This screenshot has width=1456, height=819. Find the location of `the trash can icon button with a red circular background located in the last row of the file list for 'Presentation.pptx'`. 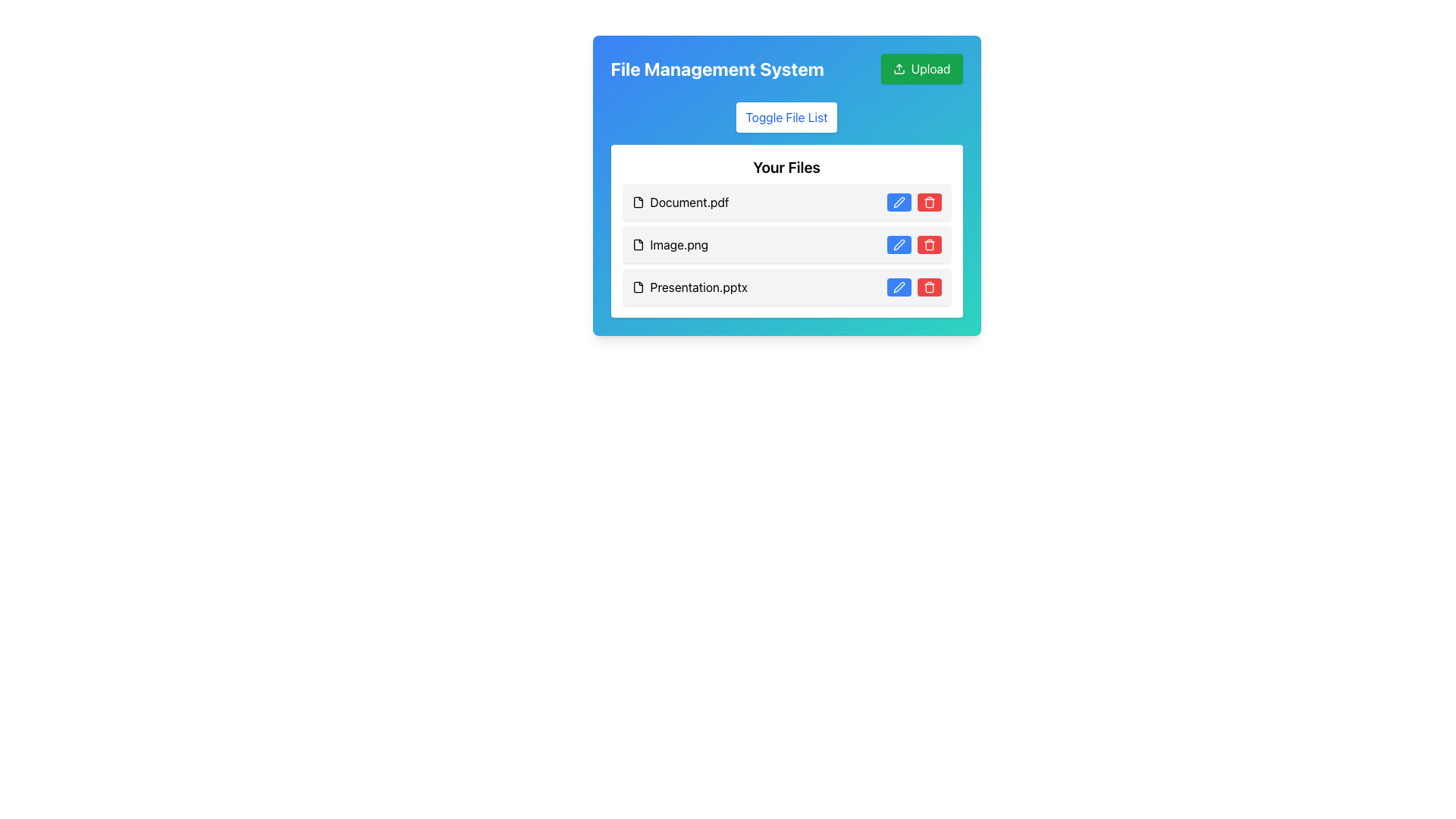

the trash can icon button with a red circular background located in the last row of the file list for 'Presentation.pptx' is located at coordinates (928, 287).